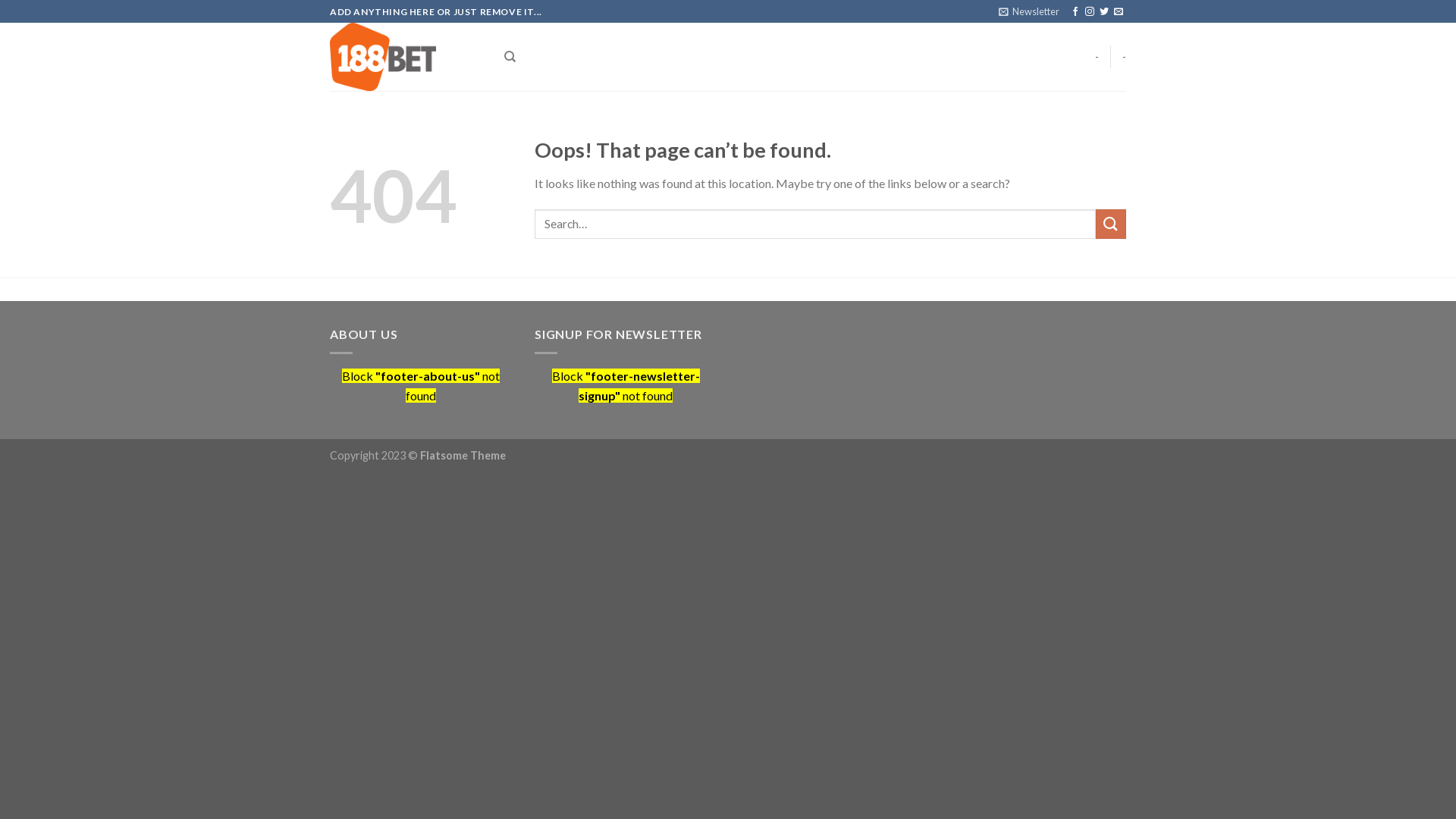  I want to click on 'Follow on Instagram', so click(1088, 11).